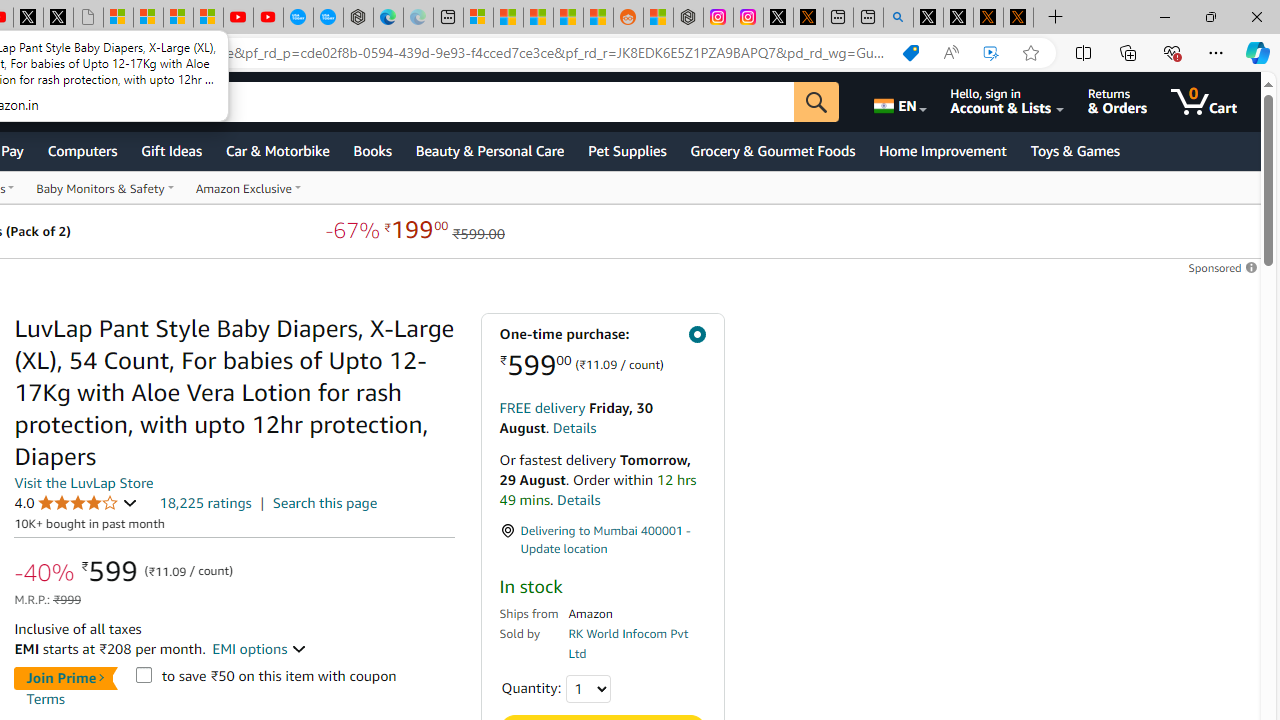  I want to click on 'Profile / X', so click(927, 17).